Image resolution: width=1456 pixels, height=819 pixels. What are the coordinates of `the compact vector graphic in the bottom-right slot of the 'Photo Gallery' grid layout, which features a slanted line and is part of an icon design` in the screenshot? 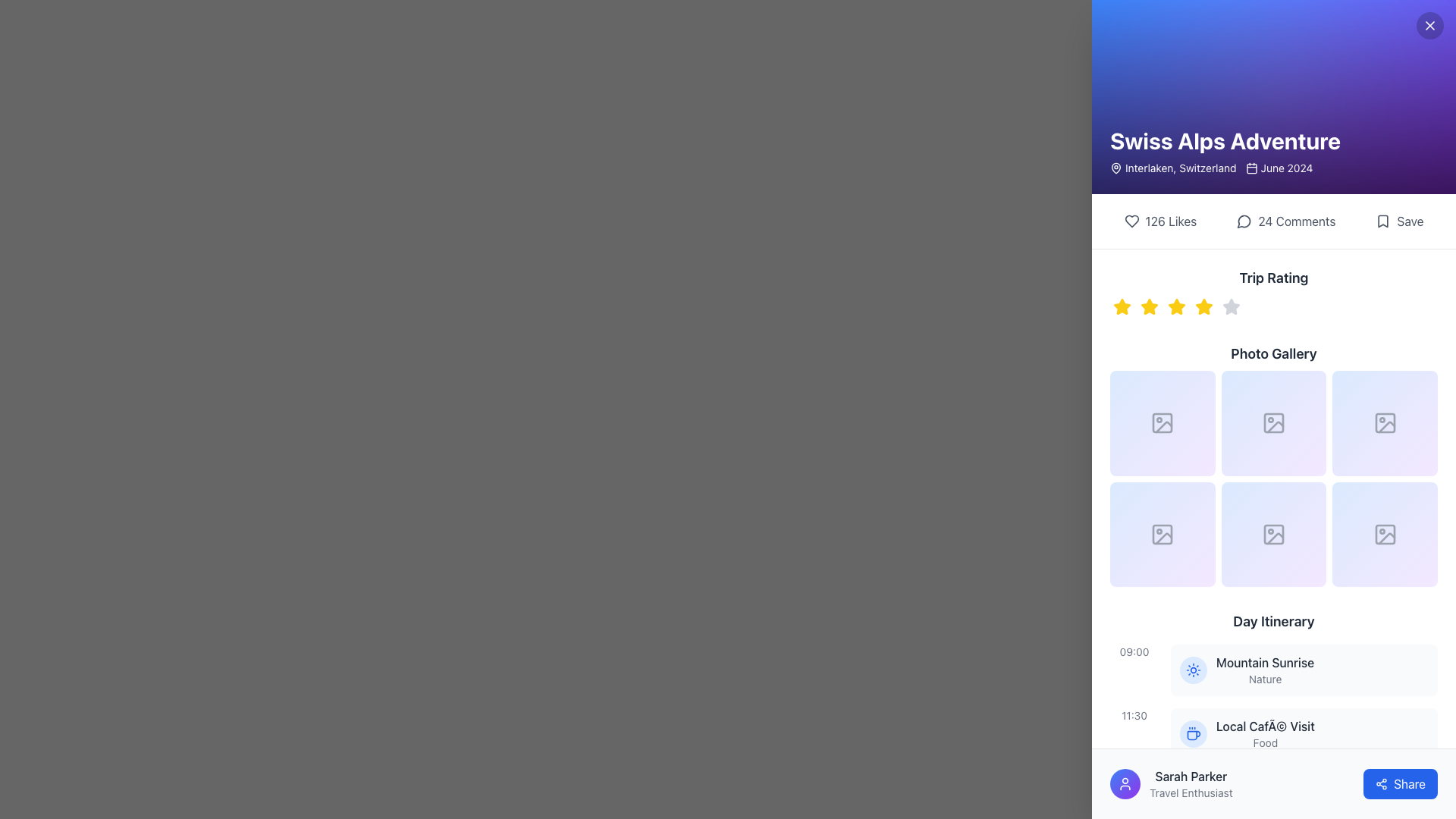 It's located at (1274, 538).